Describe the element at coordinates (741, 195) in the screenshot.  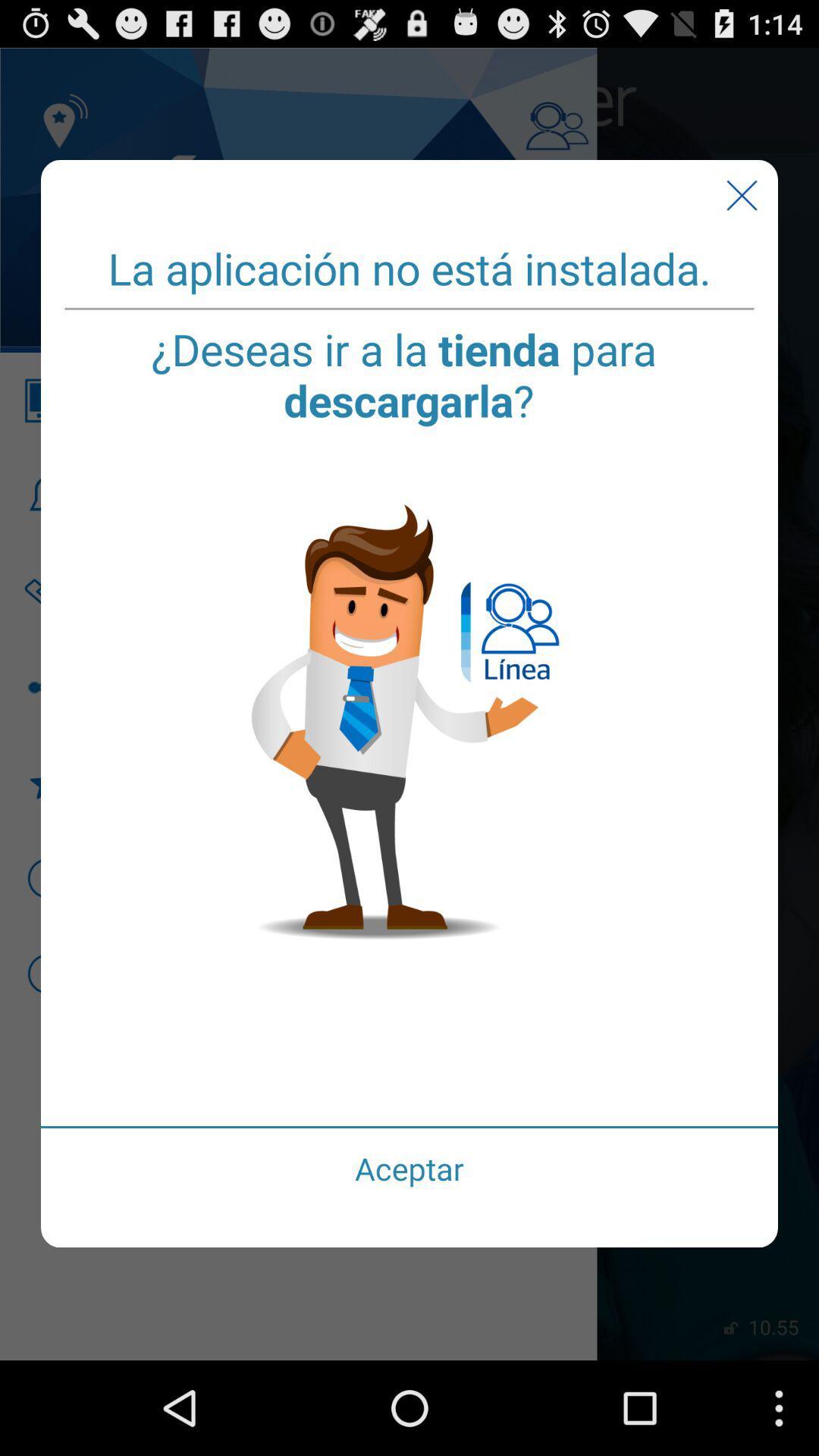
I see `this popup` at that location.